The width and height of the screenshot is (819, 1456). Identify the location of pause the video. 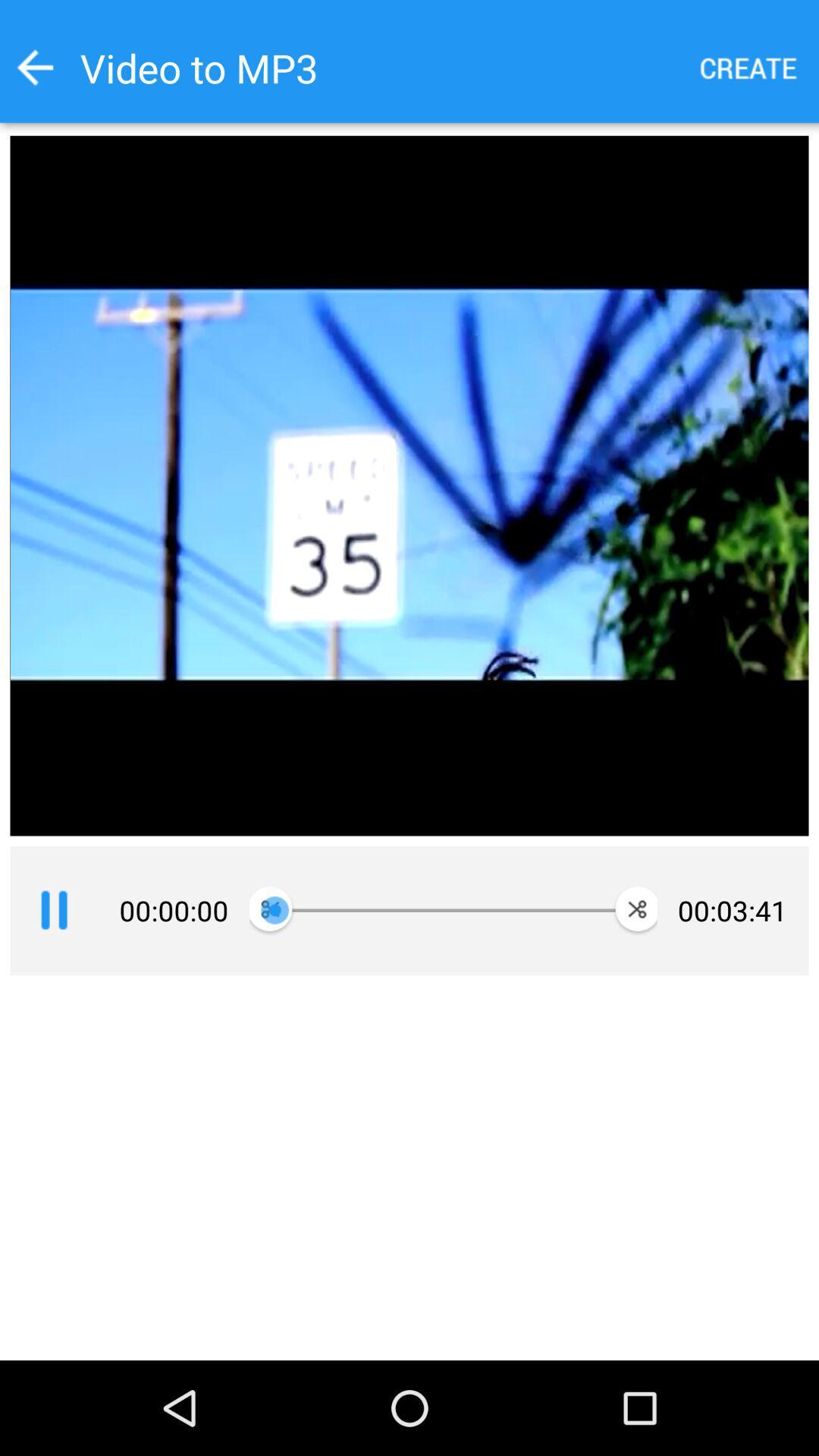
(53, 910).